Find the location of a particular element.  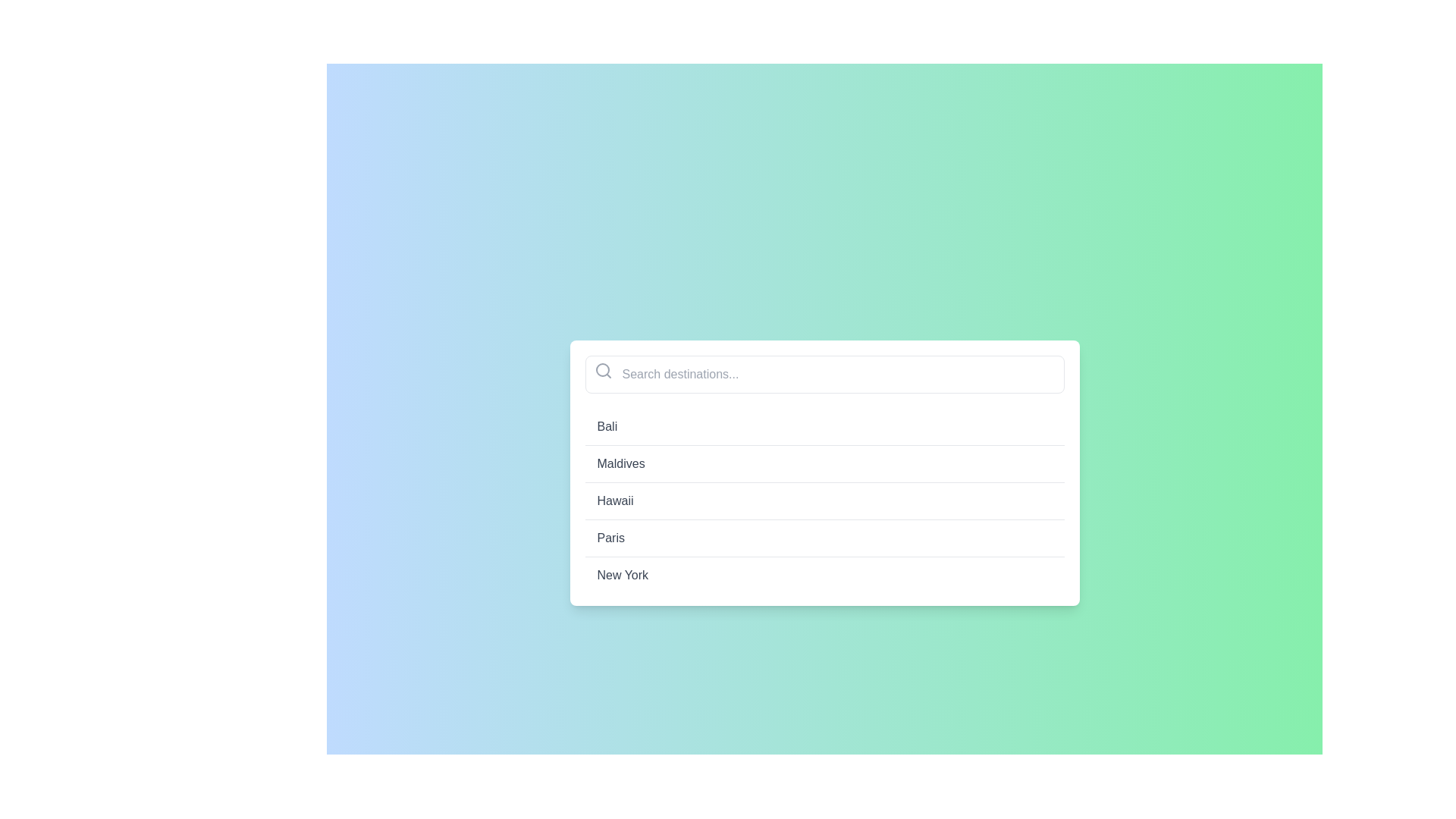

the fifth list item in the vertical list of destinations is located at coordinates (824, 575).